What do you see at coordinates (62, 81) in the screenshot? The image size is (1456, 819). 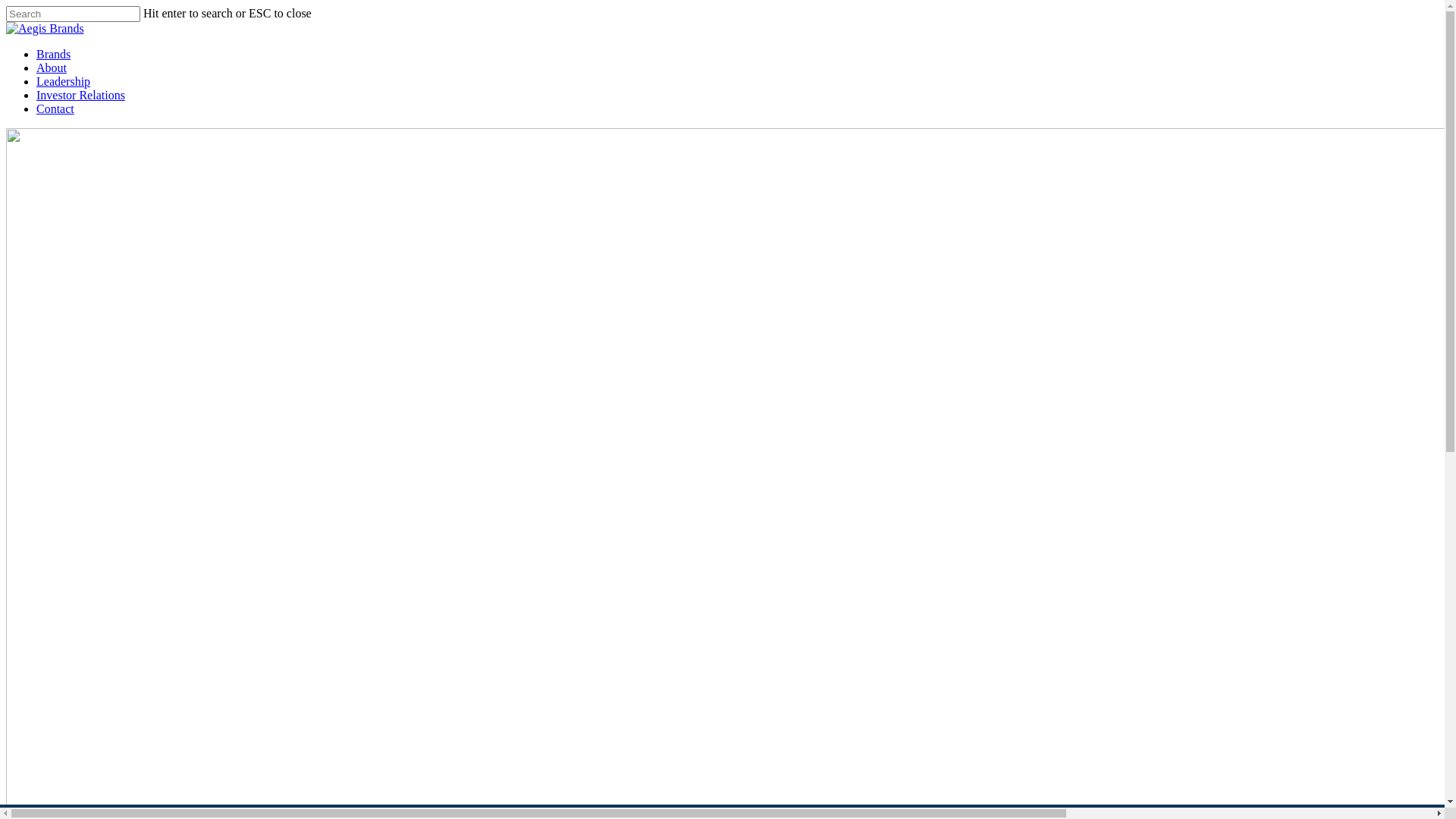 I see `'Leadership'` at bounding box center [62, 81].